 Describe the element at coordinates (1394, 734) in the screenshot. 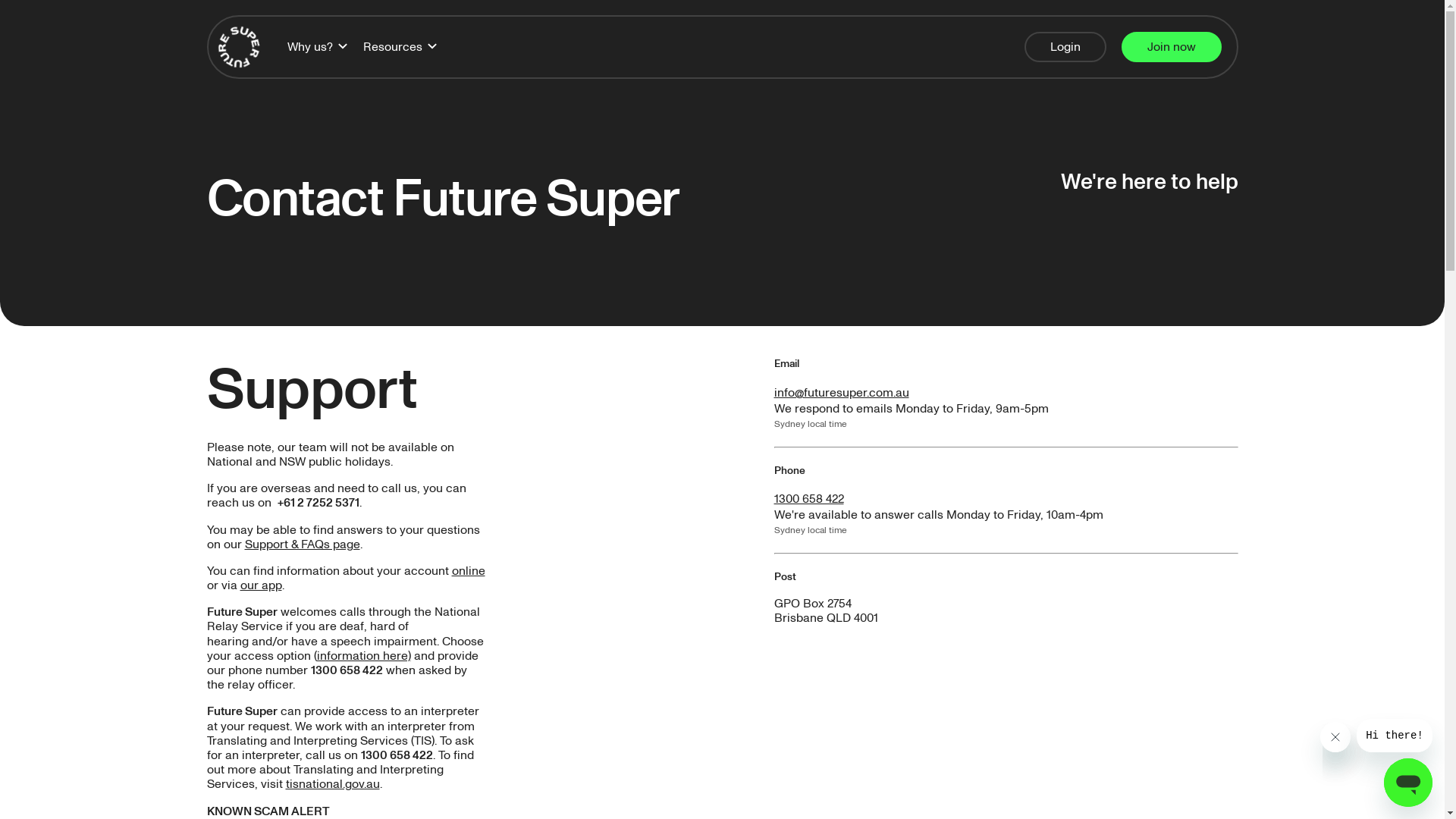

I see `'Message from company'` at that location.